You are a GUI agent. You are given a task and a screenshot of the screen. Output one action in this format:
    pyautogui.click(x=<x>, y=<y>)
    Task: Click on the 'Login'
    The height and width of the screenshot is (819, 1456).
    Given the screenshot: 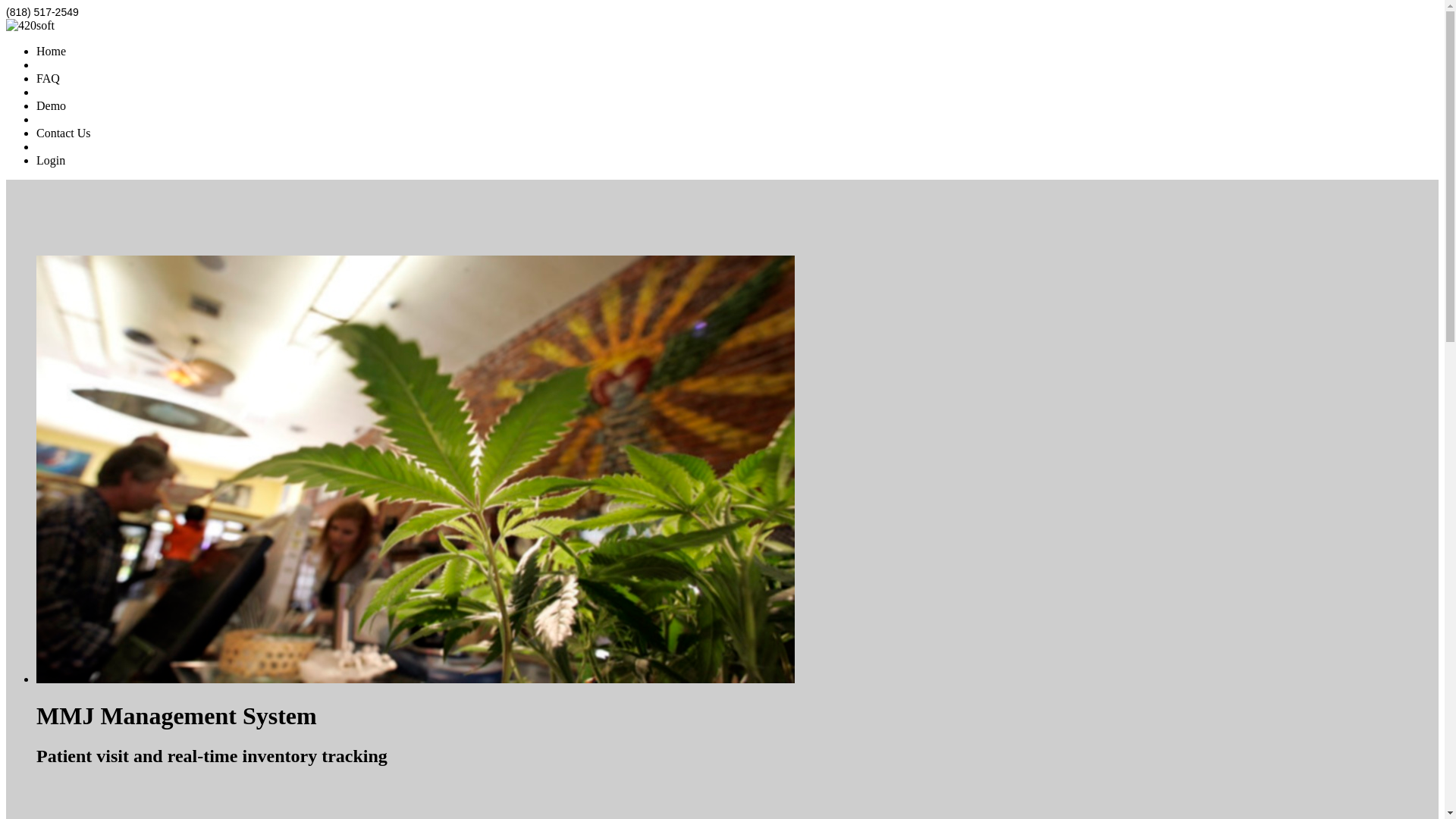 What is the action you would take?
    pyautogui.click(x=51, y=160)
    